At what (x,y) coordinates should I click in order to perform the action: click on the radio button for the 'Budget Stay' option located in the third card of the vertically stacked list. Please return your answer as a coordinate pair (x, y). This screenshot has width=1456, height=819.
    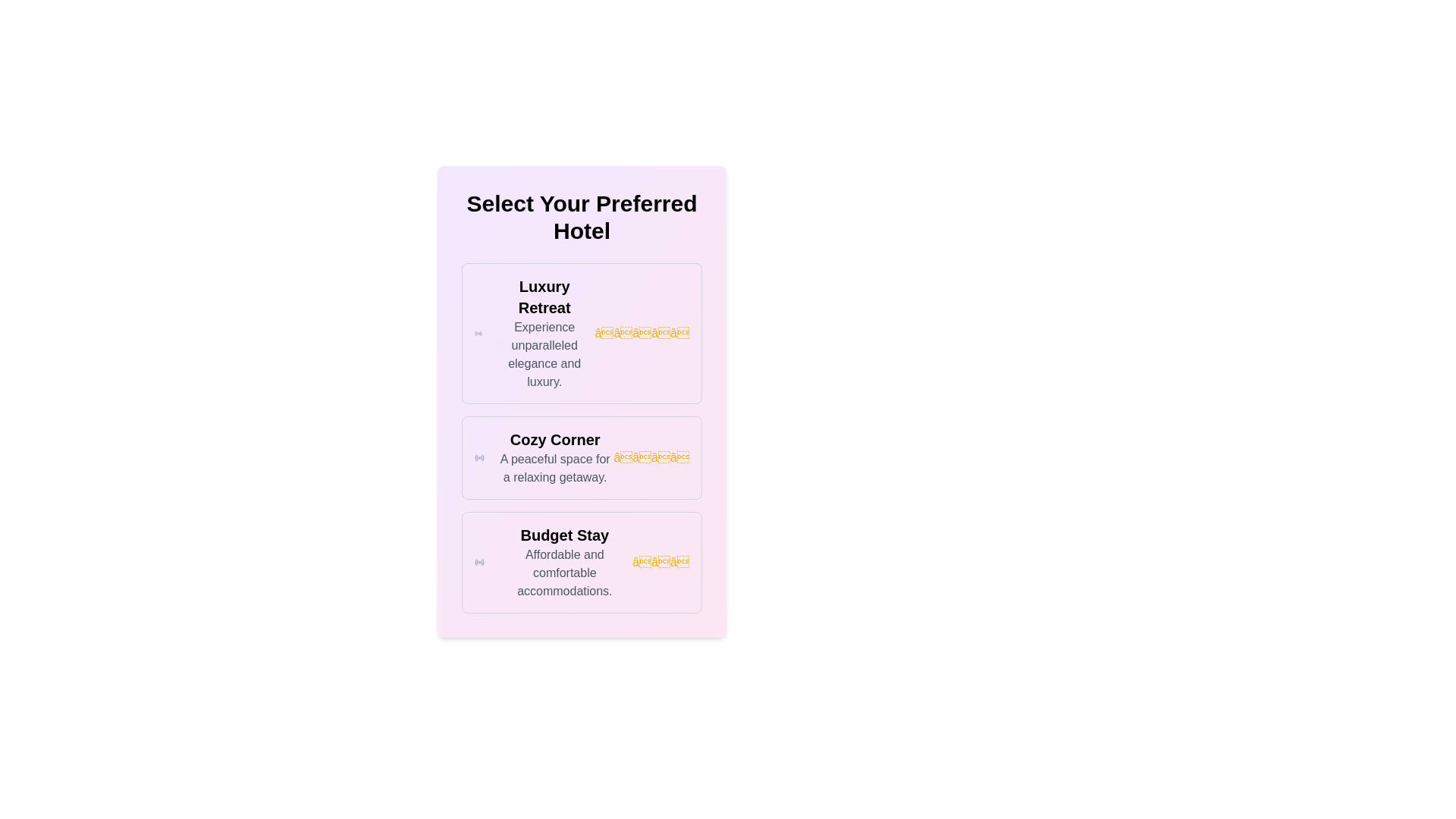
    Looking at the image, I should click on (479, 562).